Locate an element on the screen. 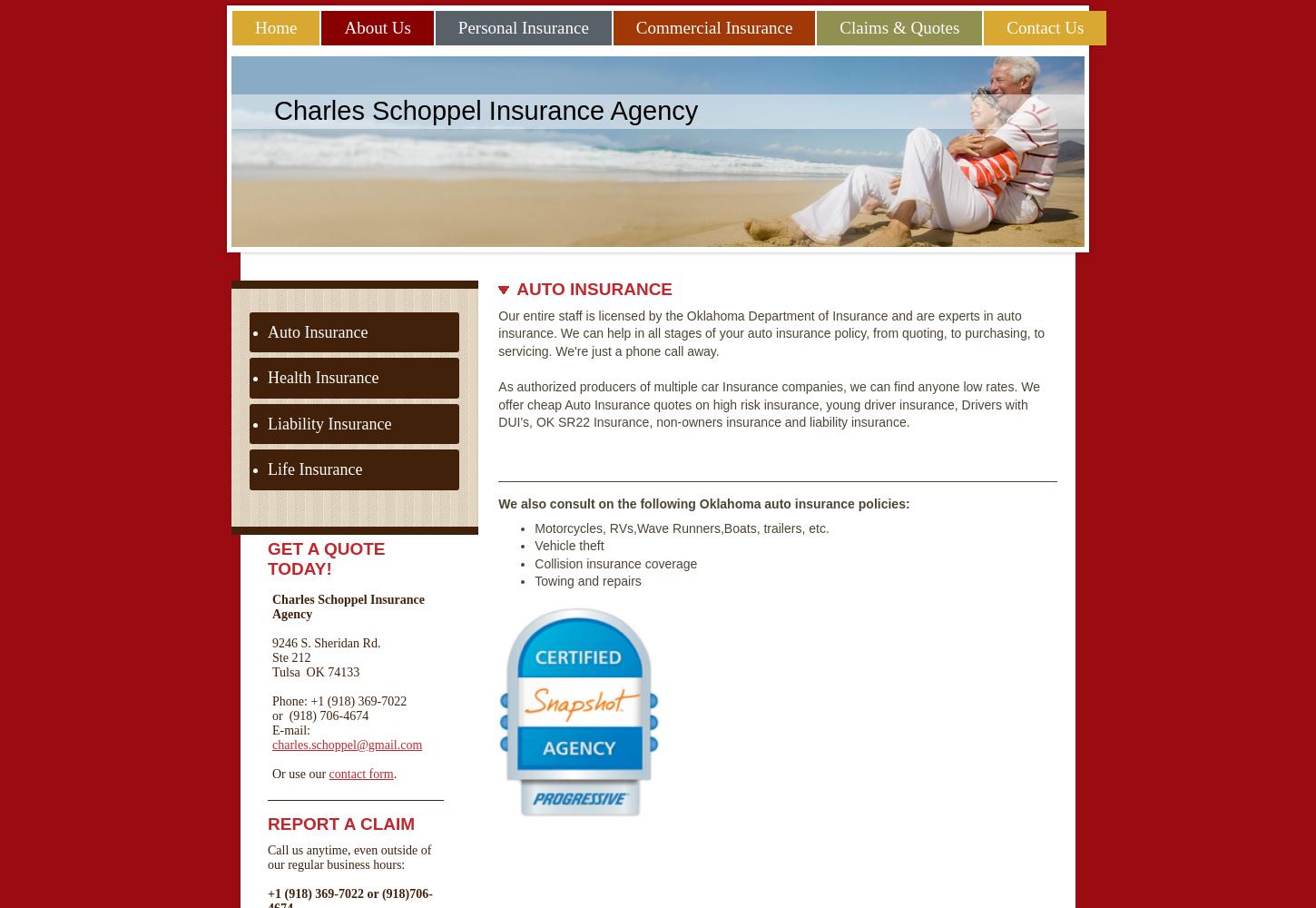 The width and height of the screenshot is (1316, 908). 'Get a Quote Today!' is located at coordinates (326, 557).